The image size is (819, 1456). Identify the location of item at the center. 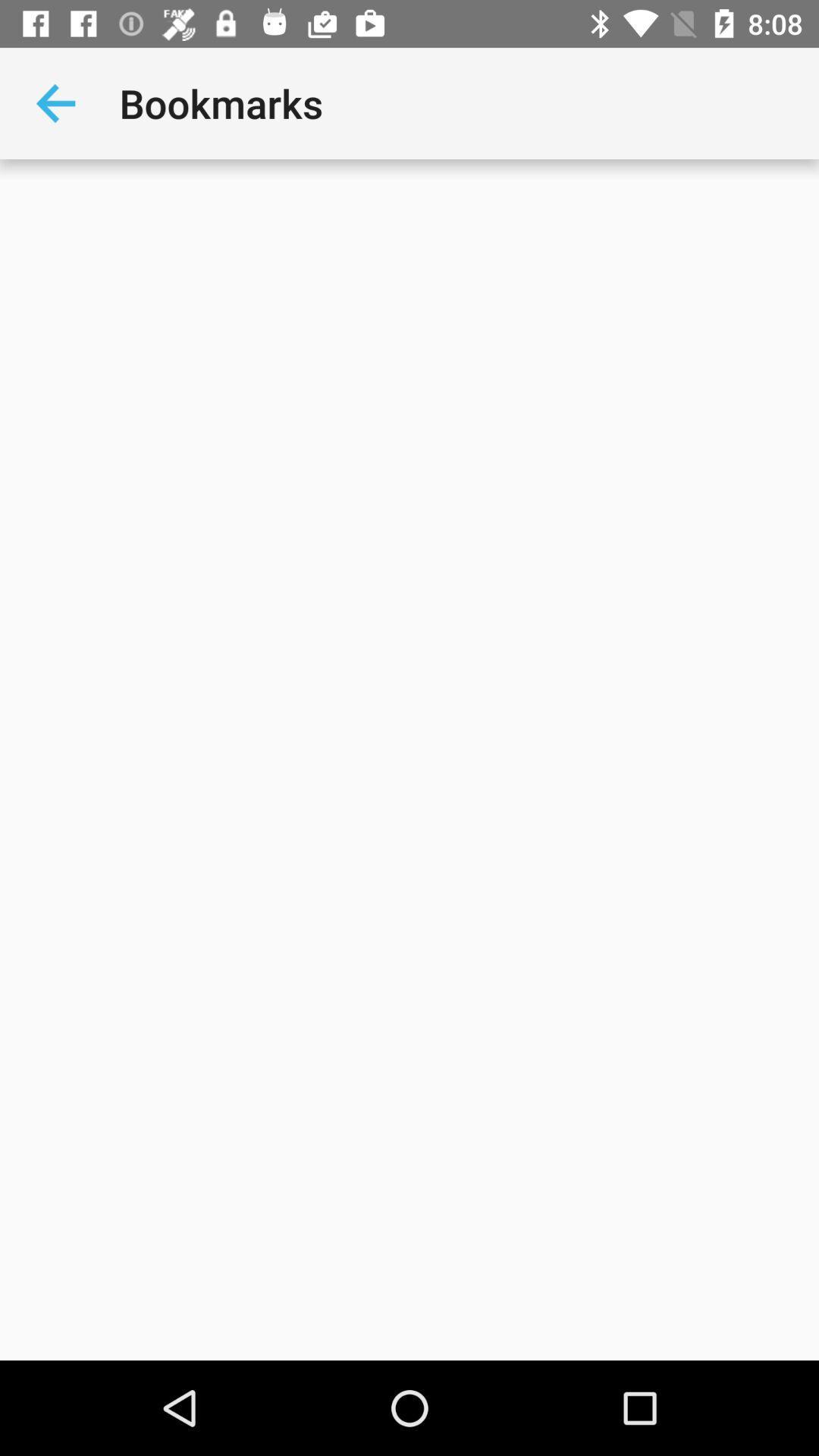
(409, 760).